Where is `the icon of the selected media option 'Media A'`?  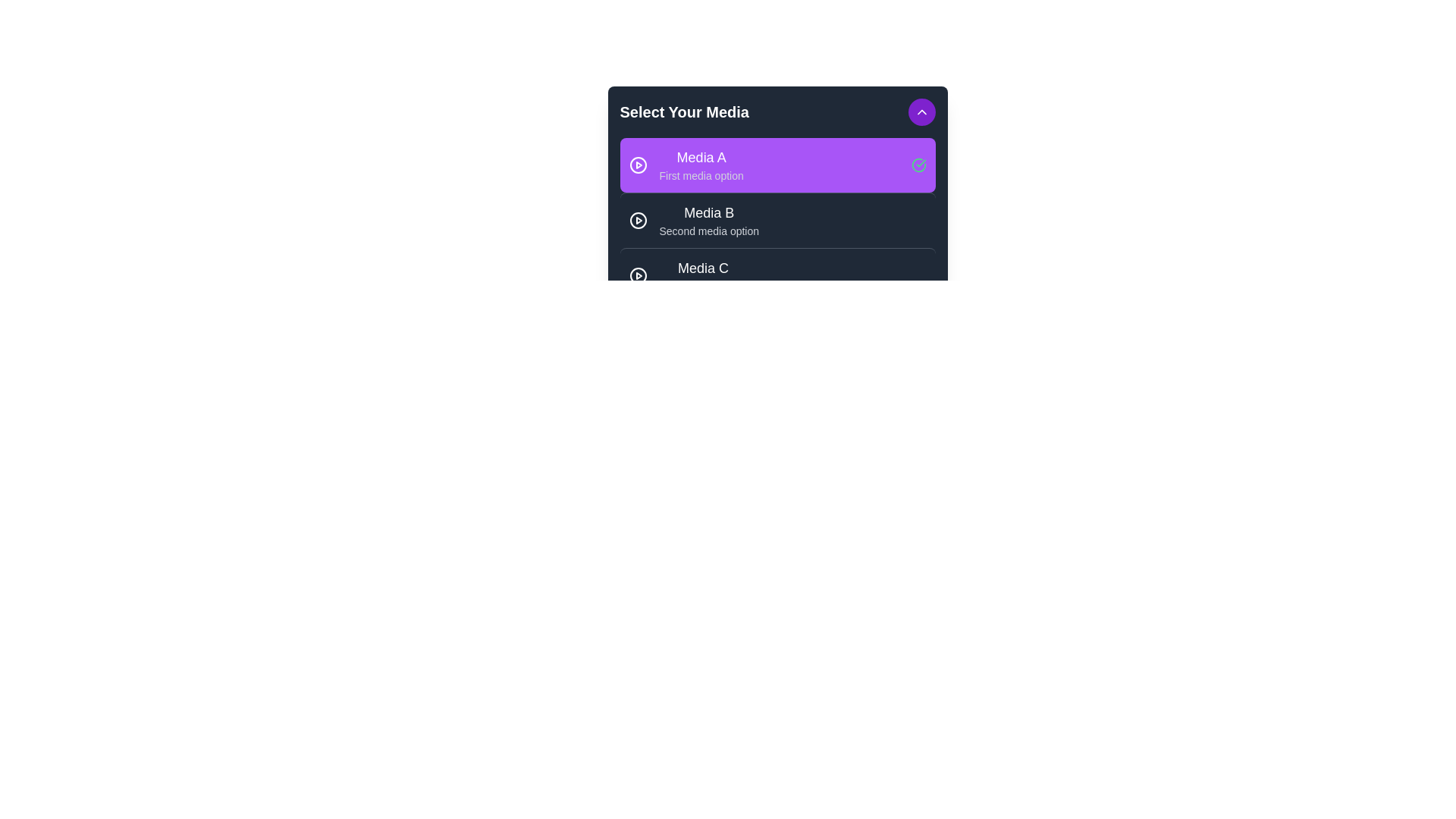 the icon of the selected media option 'Media A' is located at coordinates (638, 165).